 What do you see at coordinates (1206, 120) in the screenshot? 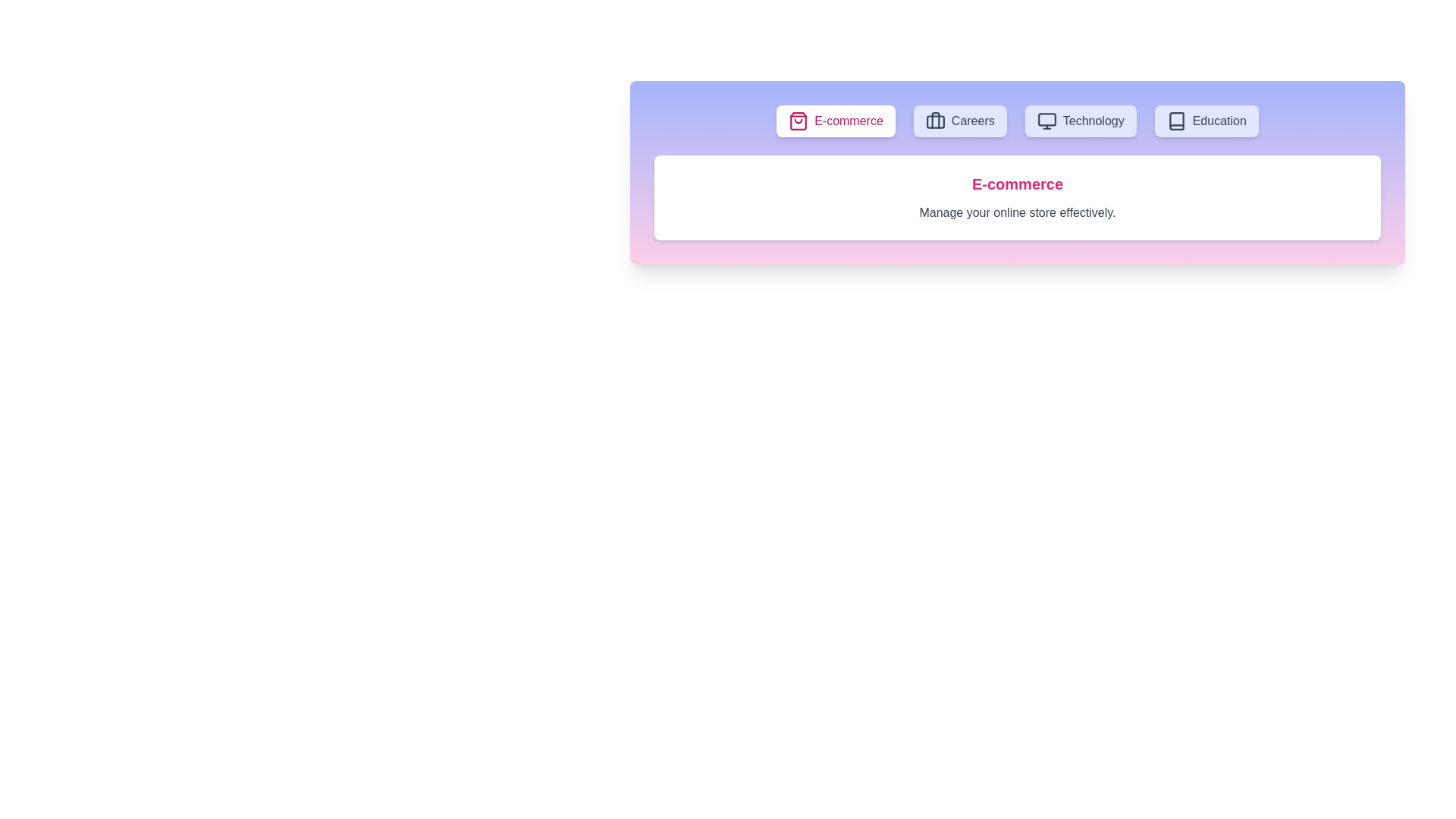
I see `the tab labeled Education to see its hover effect` at bounding box center [1206, 120].